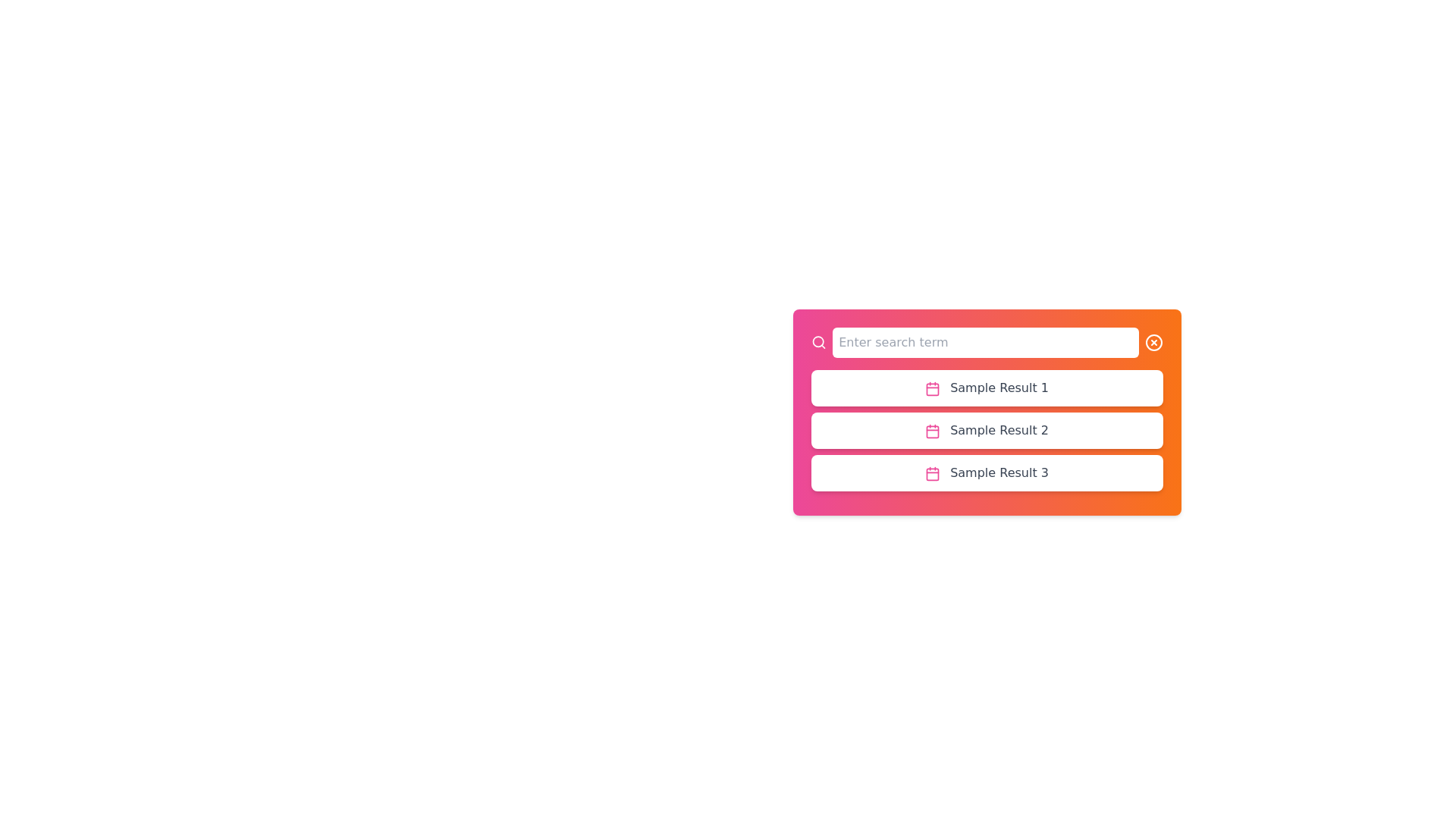  I want to click on the magnifying glass icon, which serves as the search functionality indicator, positioned to the left of the search text input field, so click(817, 342).